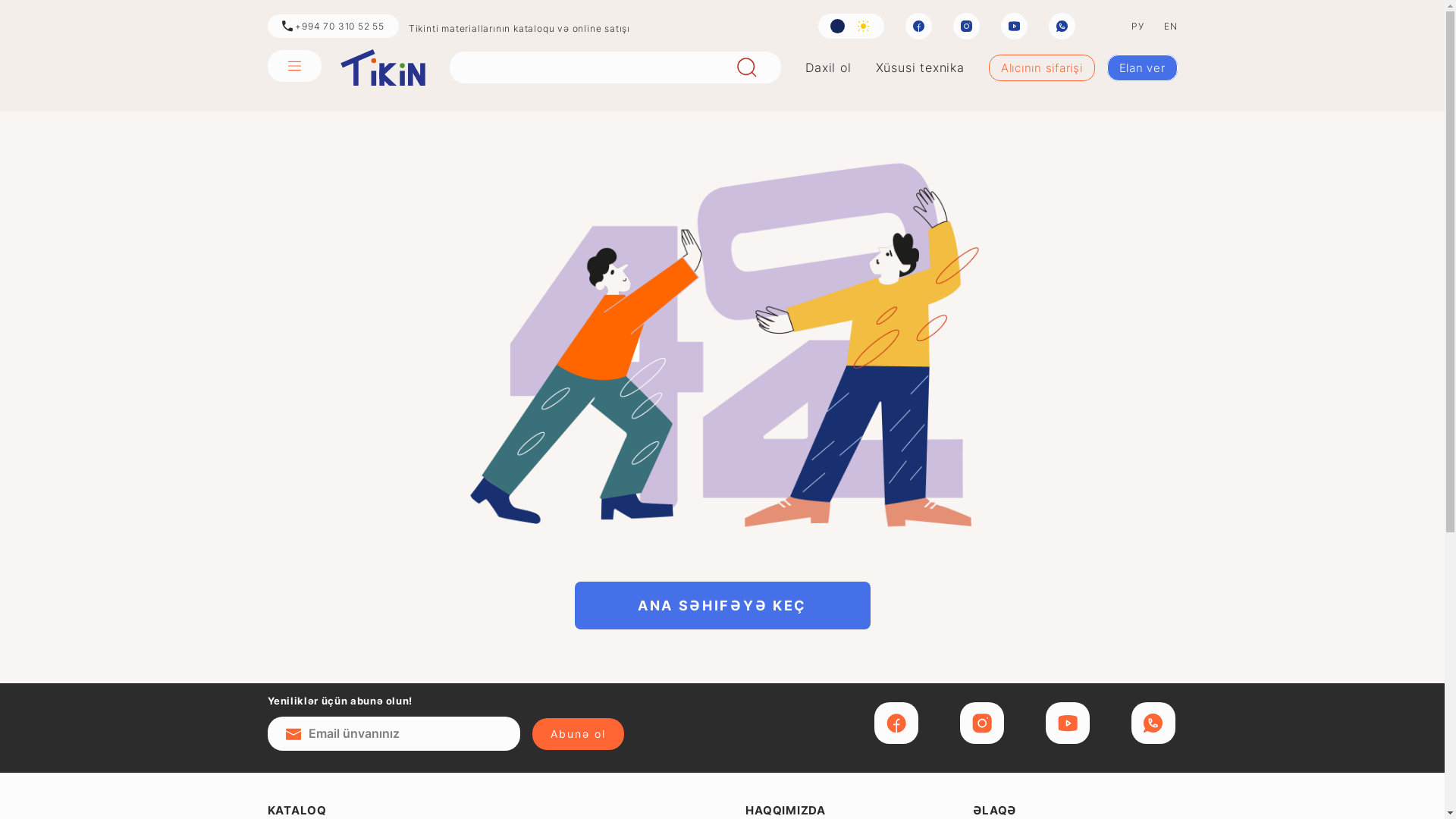 Image resolution: width=1456 pixels, height=819 pixels. Describe the element at coordinates (1142, 67) in the screenshot. I see `'Elan ver'` at that location.